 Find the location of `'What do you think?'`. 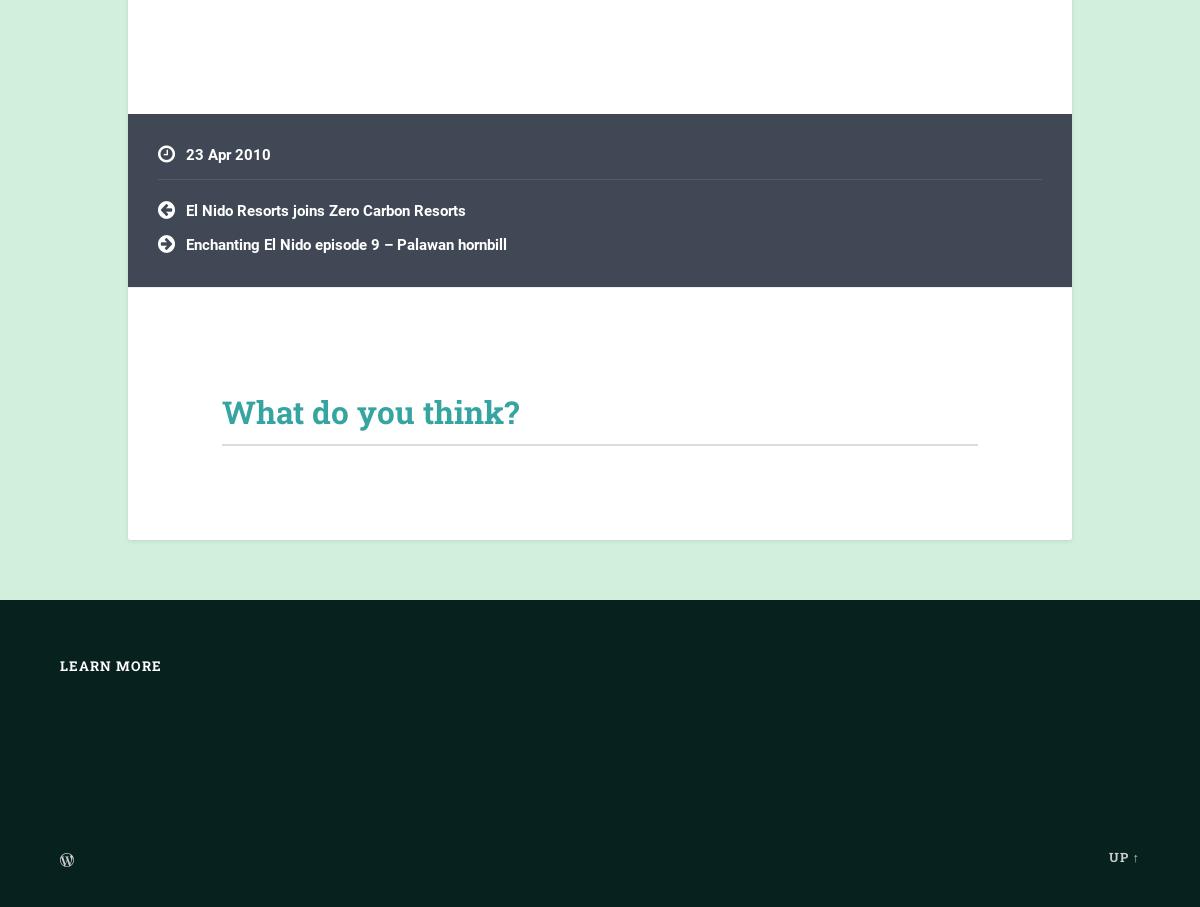

'What do you think?' is located at coordinates (370, 411).